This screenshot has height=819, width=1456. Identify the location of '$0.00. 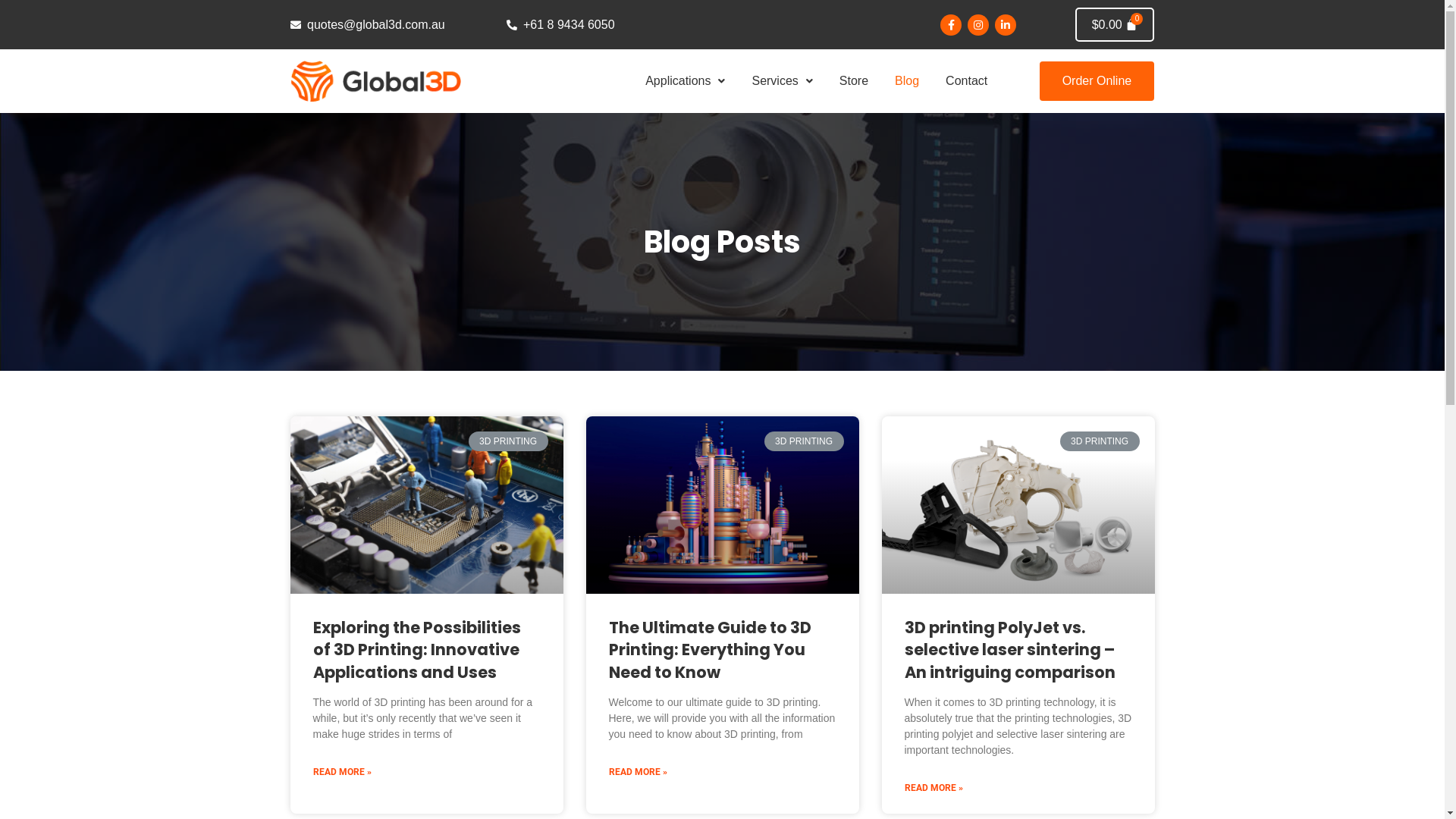
(1115, 24).